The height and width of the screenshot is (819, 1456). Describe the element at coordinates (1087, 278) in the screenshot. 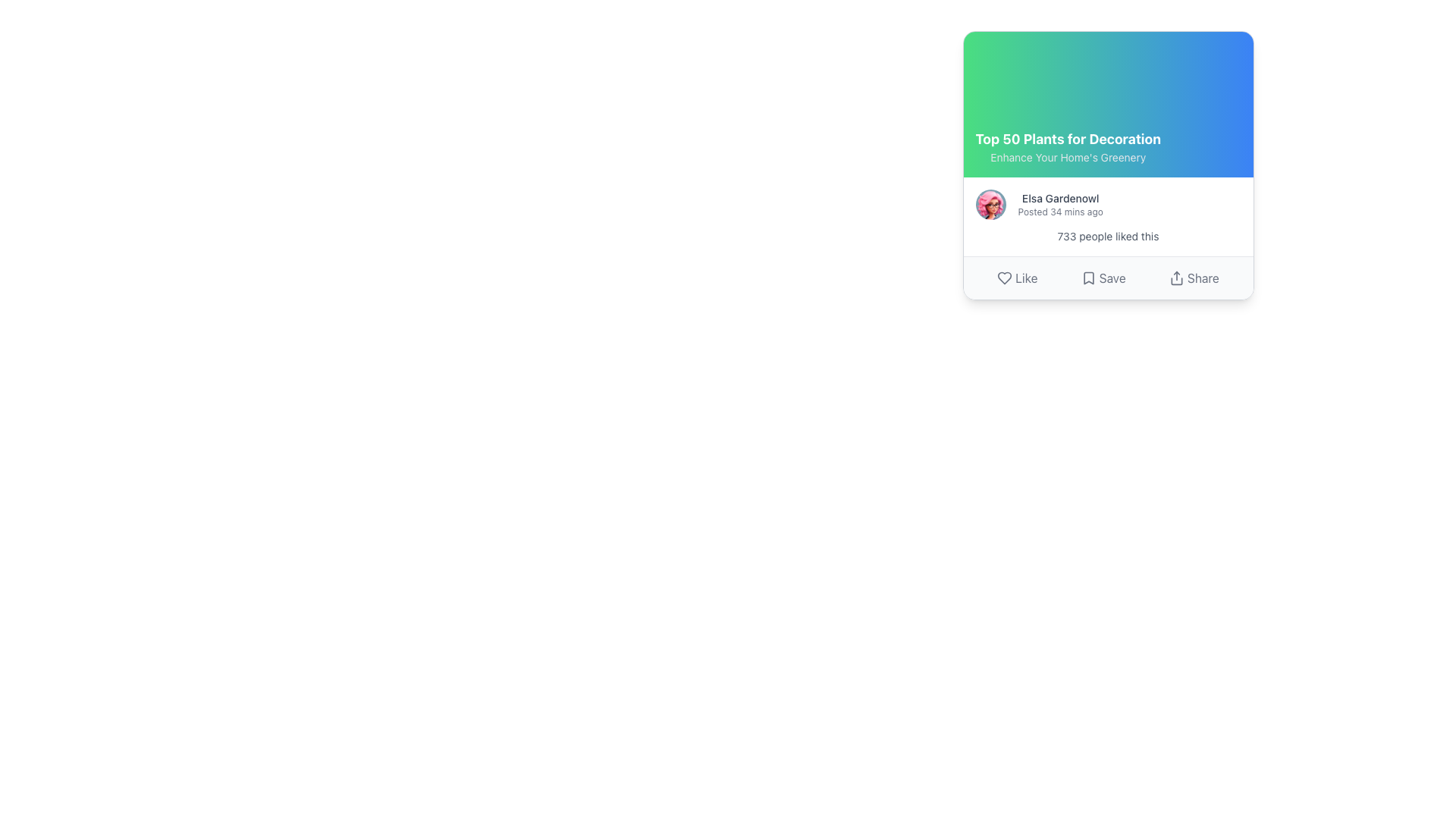

I see `the bookmark icon, which is the middle icon in a row of three interactive options below the user profile section of the card` at that location.